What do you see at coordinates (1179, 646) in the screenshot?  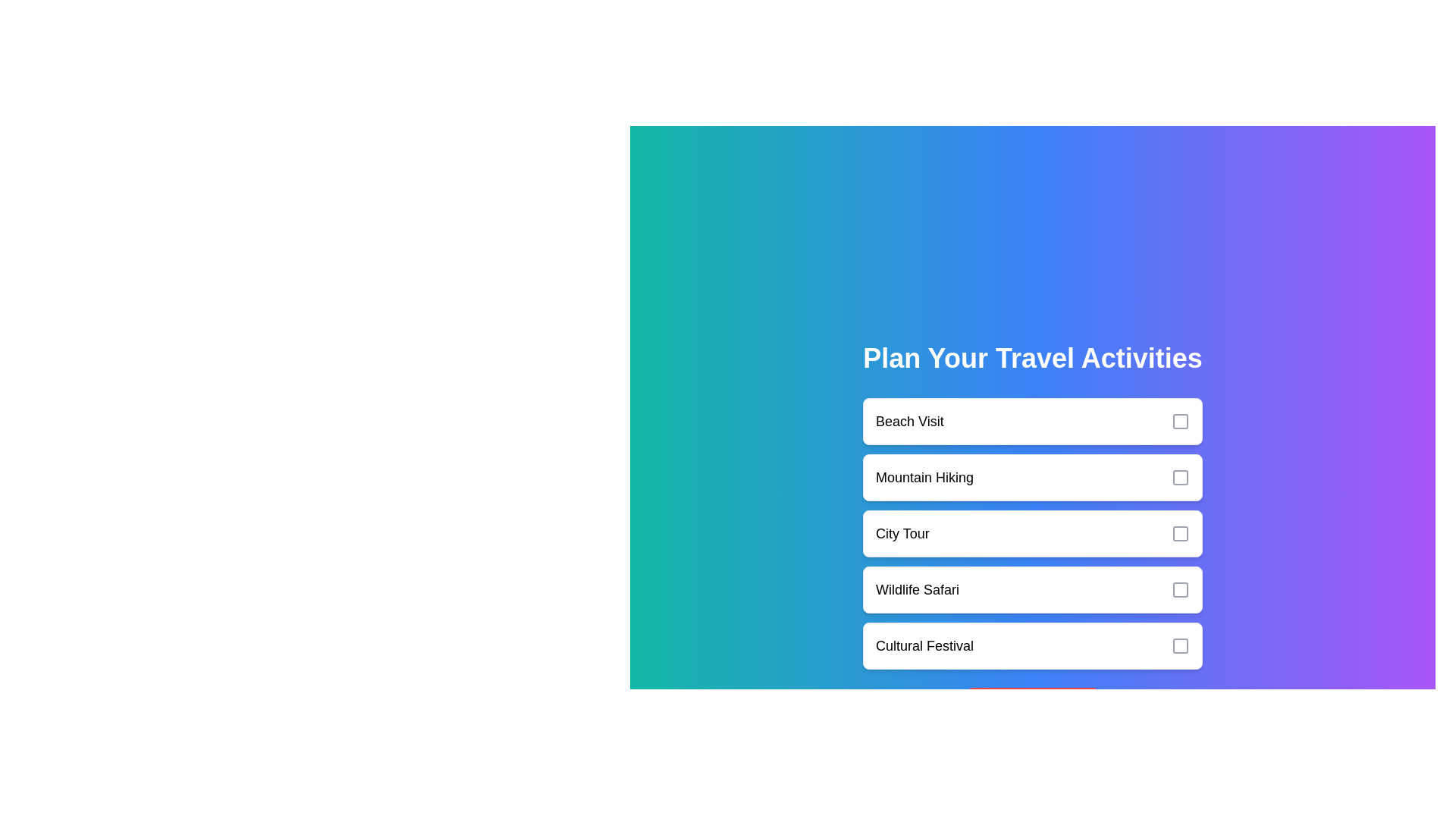 I see `the checkbox corresponding to Cultural Festival to toggle its selection` at bounding box center [1179, 646].